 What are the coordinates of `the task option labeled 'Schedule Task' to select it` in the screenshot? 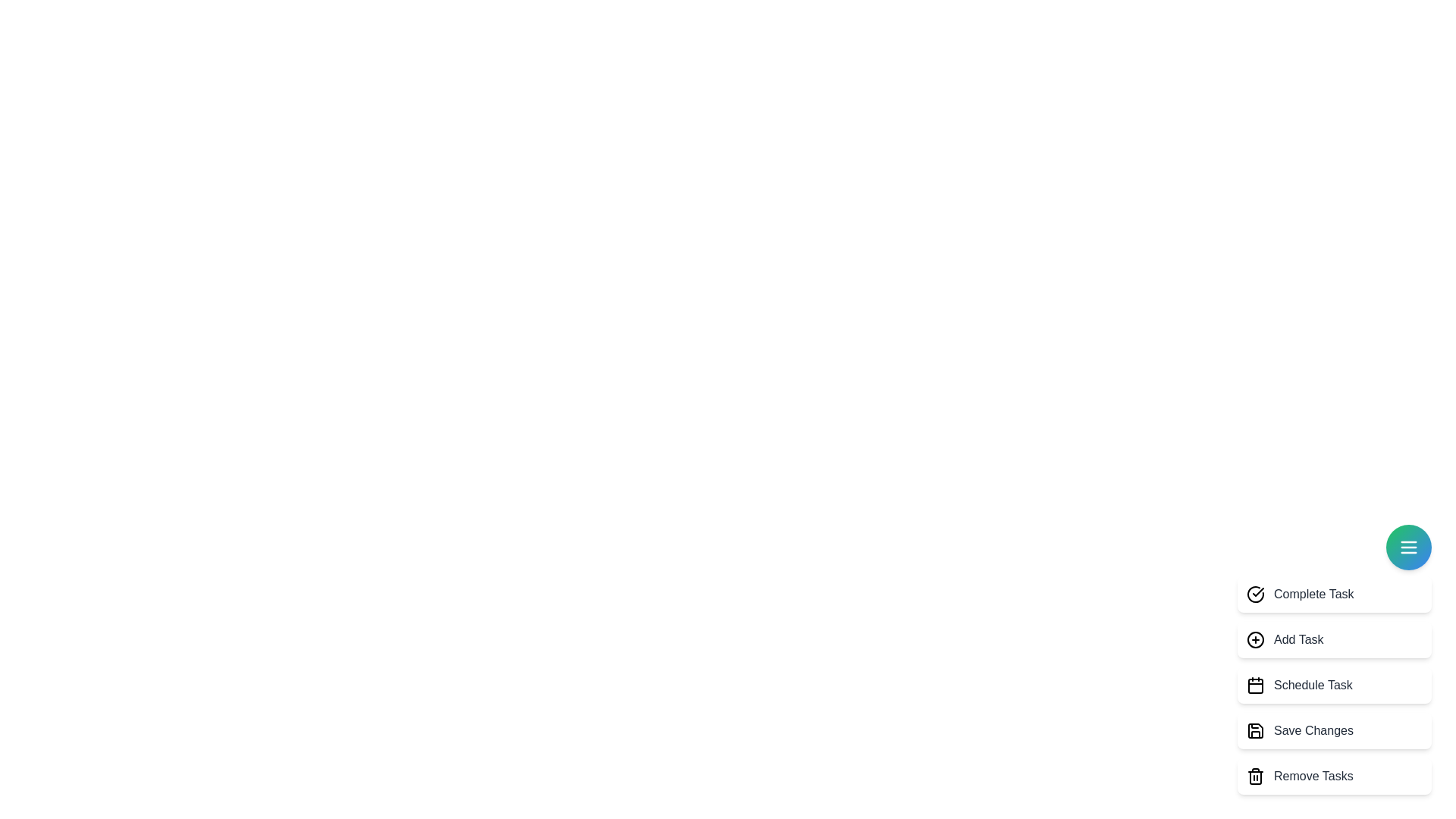 It's located at (1335, 685).